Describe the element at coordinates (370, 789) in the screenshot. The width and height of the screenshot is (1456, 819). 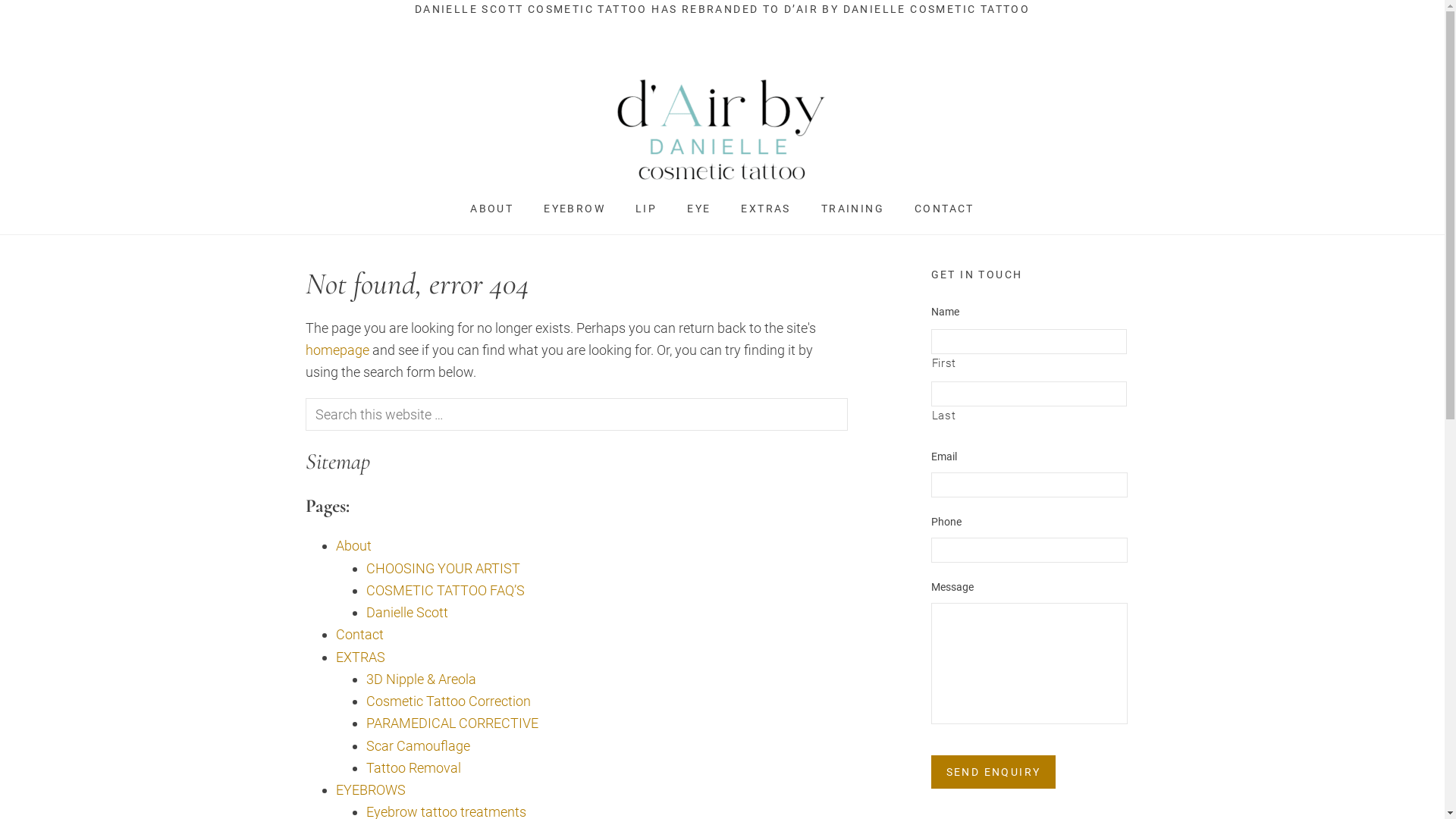
I see `'EYEBROWS'` at that location.